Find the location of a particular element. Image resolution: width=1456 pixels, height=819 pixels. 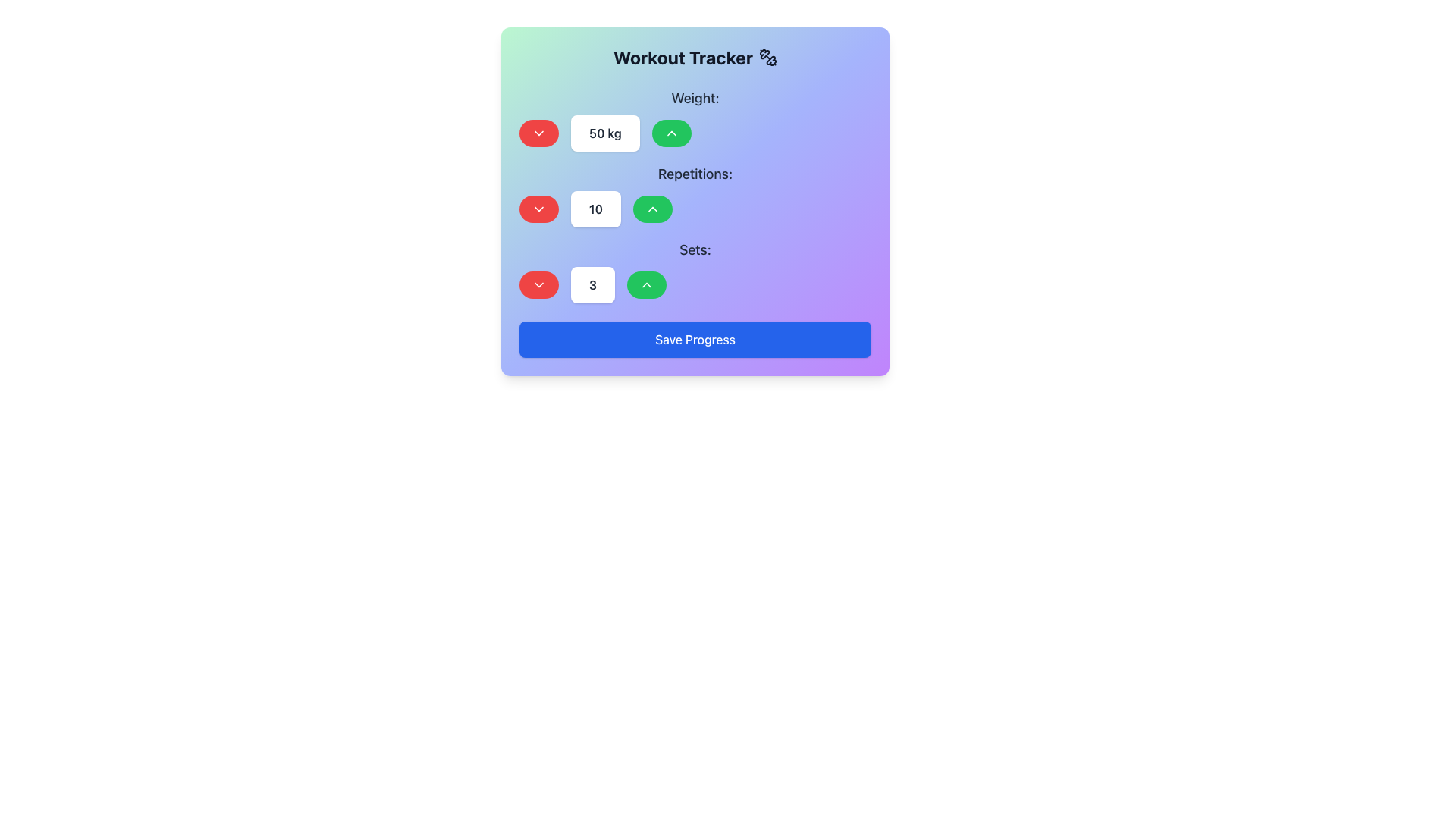

the Display element for numeric representation, which is centrally positioned within the 'Repetitions:' section and flanked by a red button with a downward arrow on the left and a green button with an upward arrow on the right is located at coordinates (694, 209).